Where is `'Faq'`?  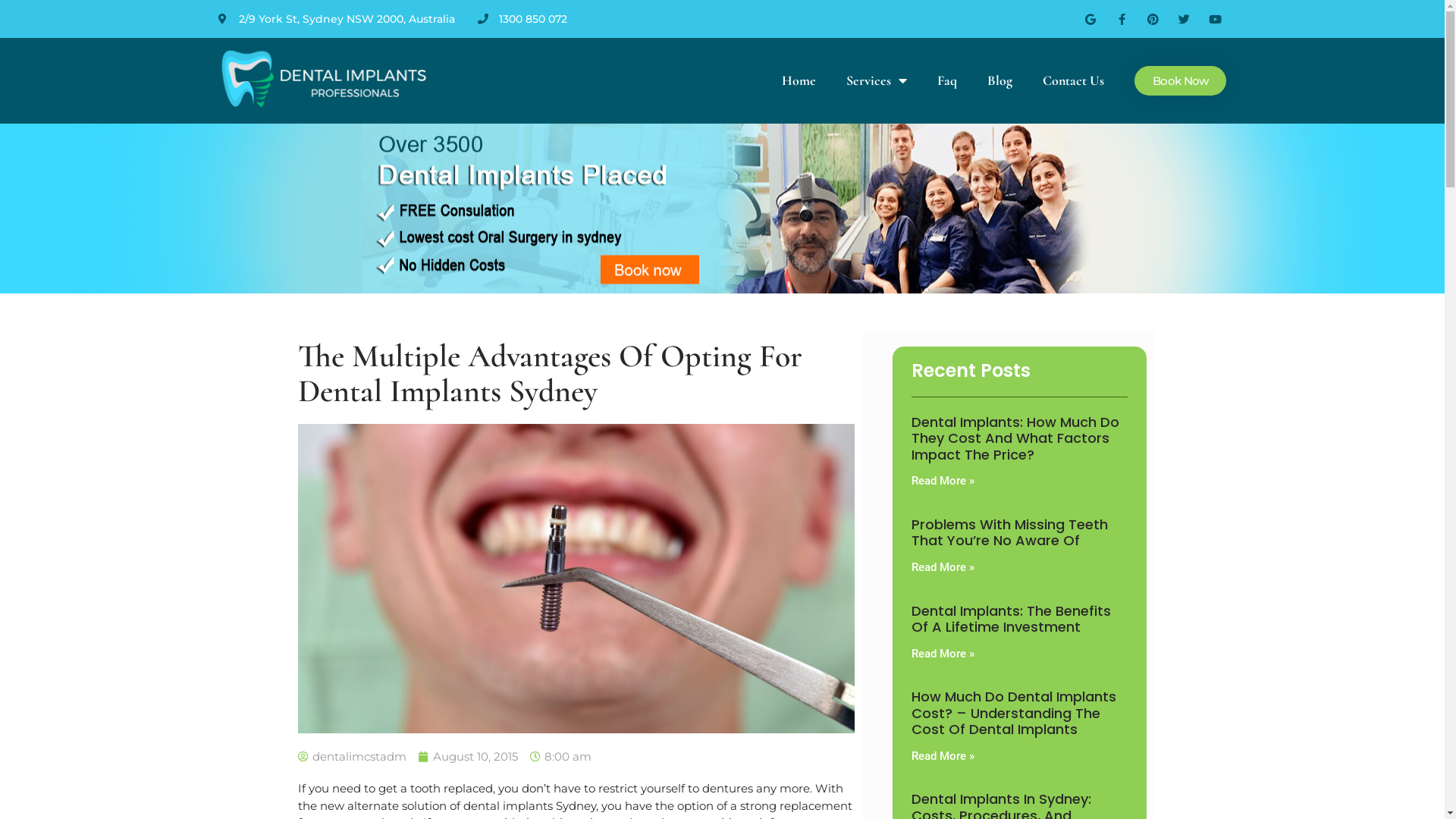
'Faq' is located at coordinates (946, 80).